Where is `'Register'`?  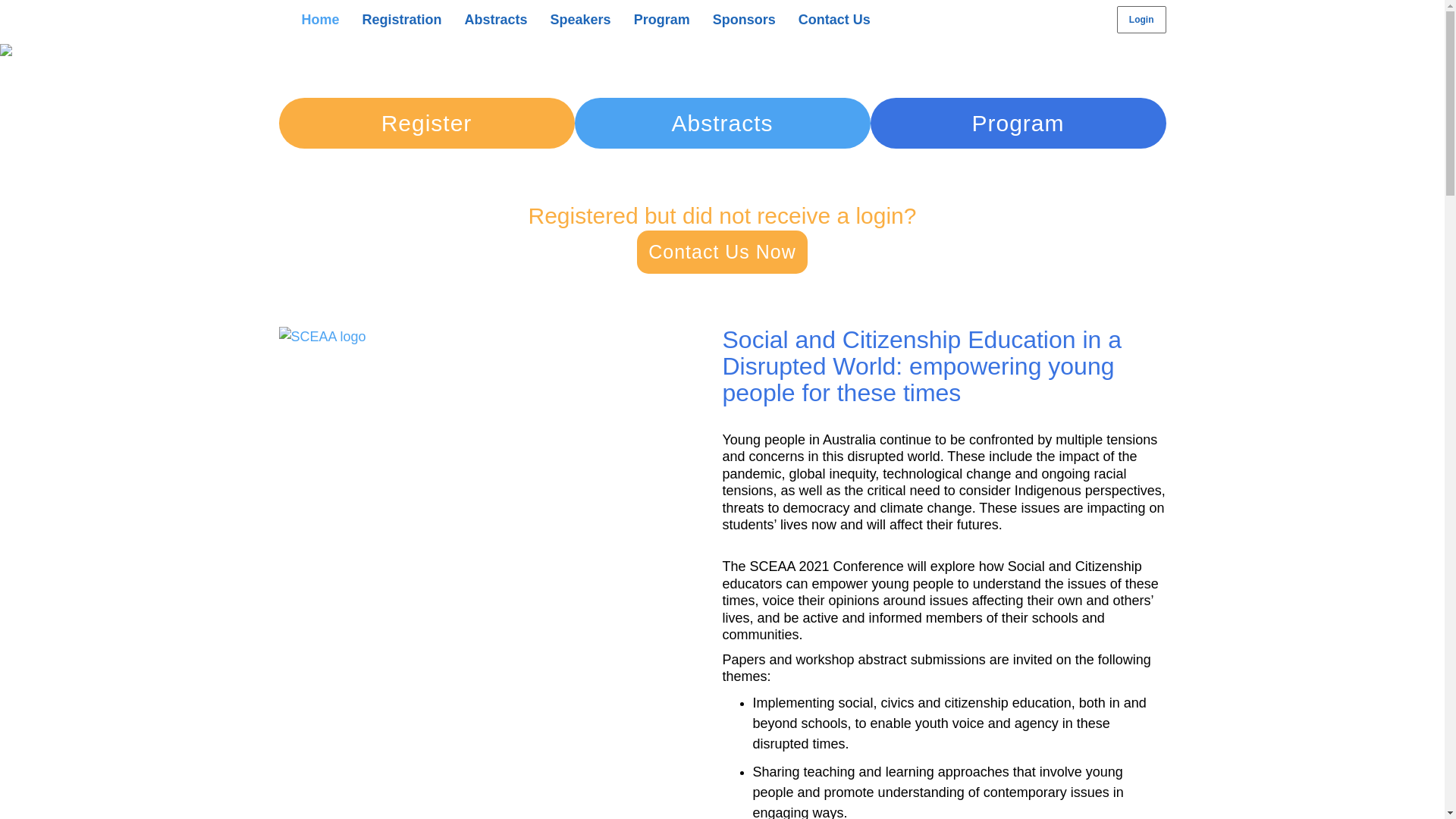 'Register' is located at coordinates (425, 122).